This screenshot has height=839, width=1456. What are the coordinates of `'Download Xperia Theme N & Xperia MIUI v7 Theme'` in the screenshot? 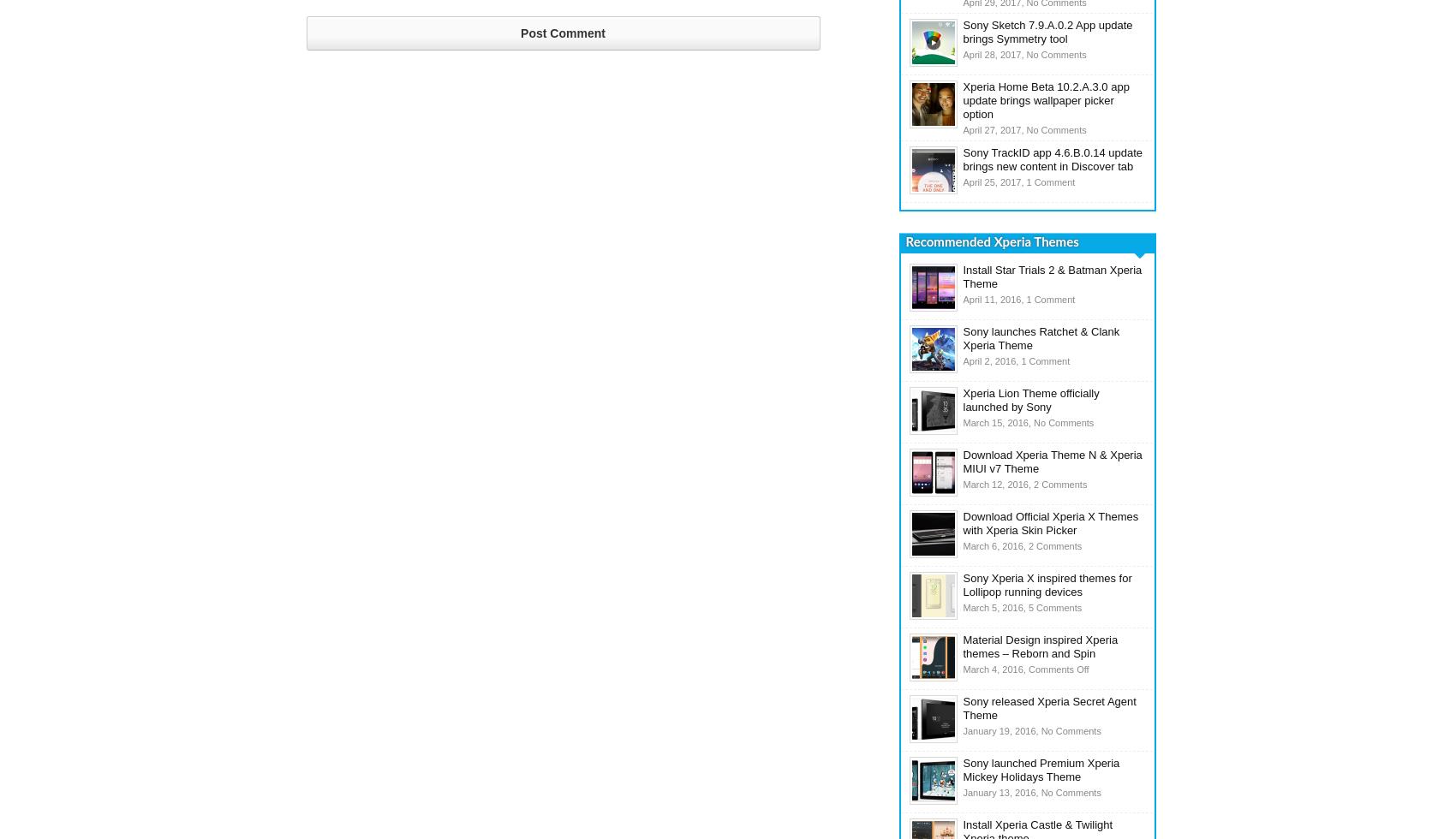 It's located at (1051, 461).